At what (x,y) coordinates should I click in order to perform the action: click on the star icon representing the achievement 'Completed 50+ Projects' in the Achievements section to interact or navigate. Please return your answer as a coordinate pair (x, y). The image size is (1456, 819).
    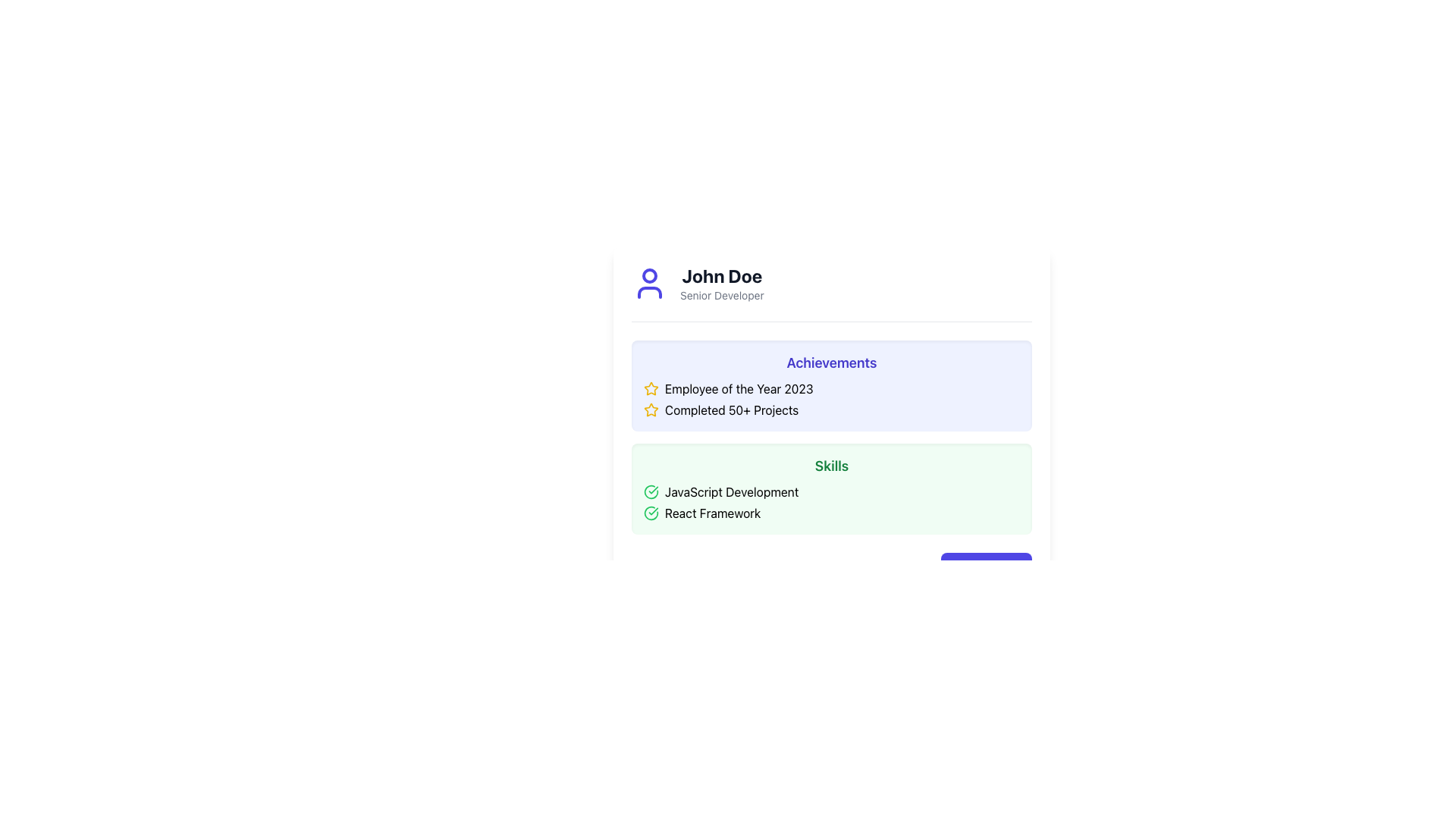
    Looking at the image, I should click on (651, 388).